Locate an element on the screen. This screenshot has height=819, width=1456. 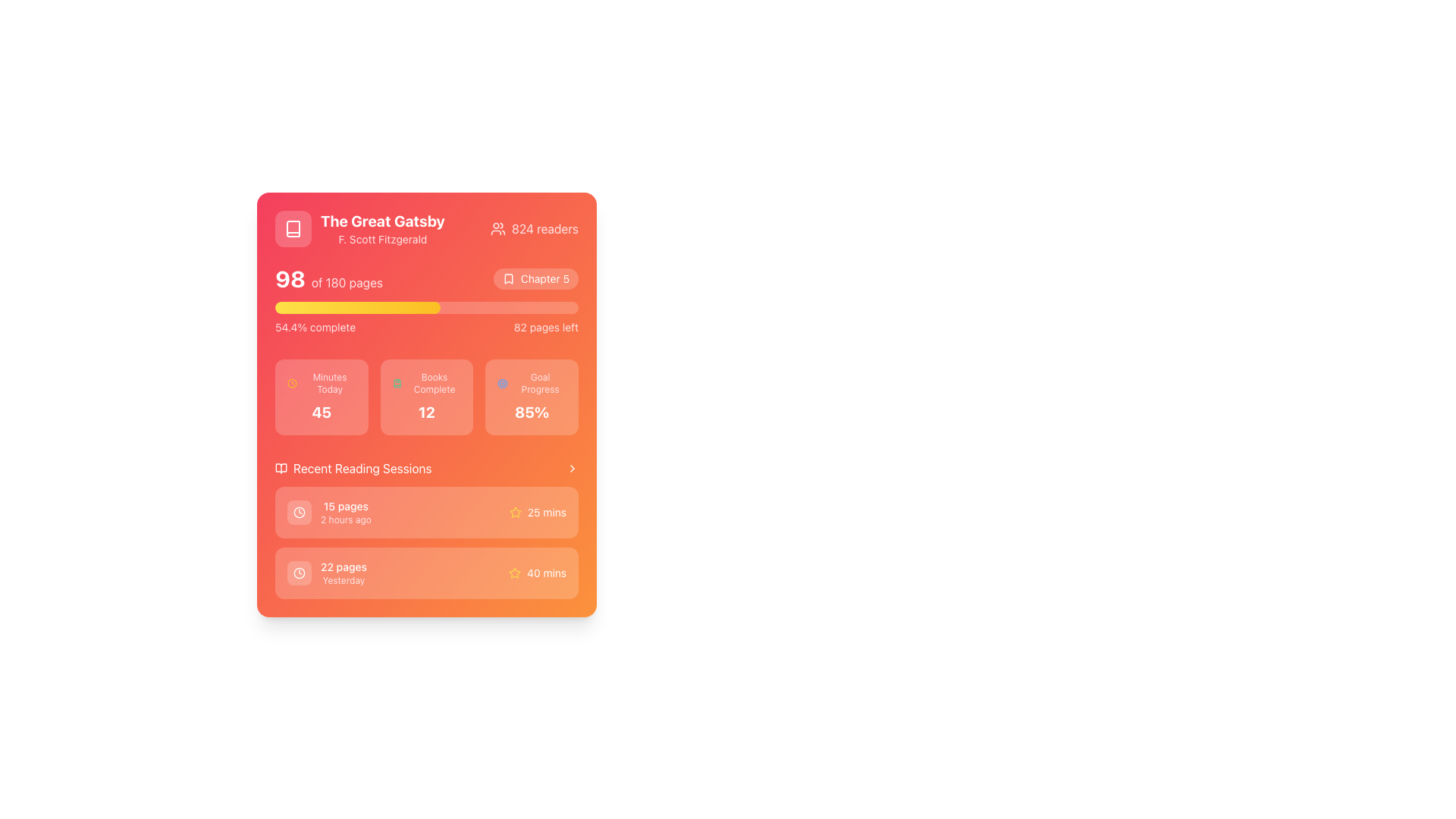
the star-shaped icon with a golden hue located in the bottom right corner of the card-like interface, beneath the '22 pages Yesterday' text area and aligned with the '40 mins' timestamp label is located at coordinates (515, 512).